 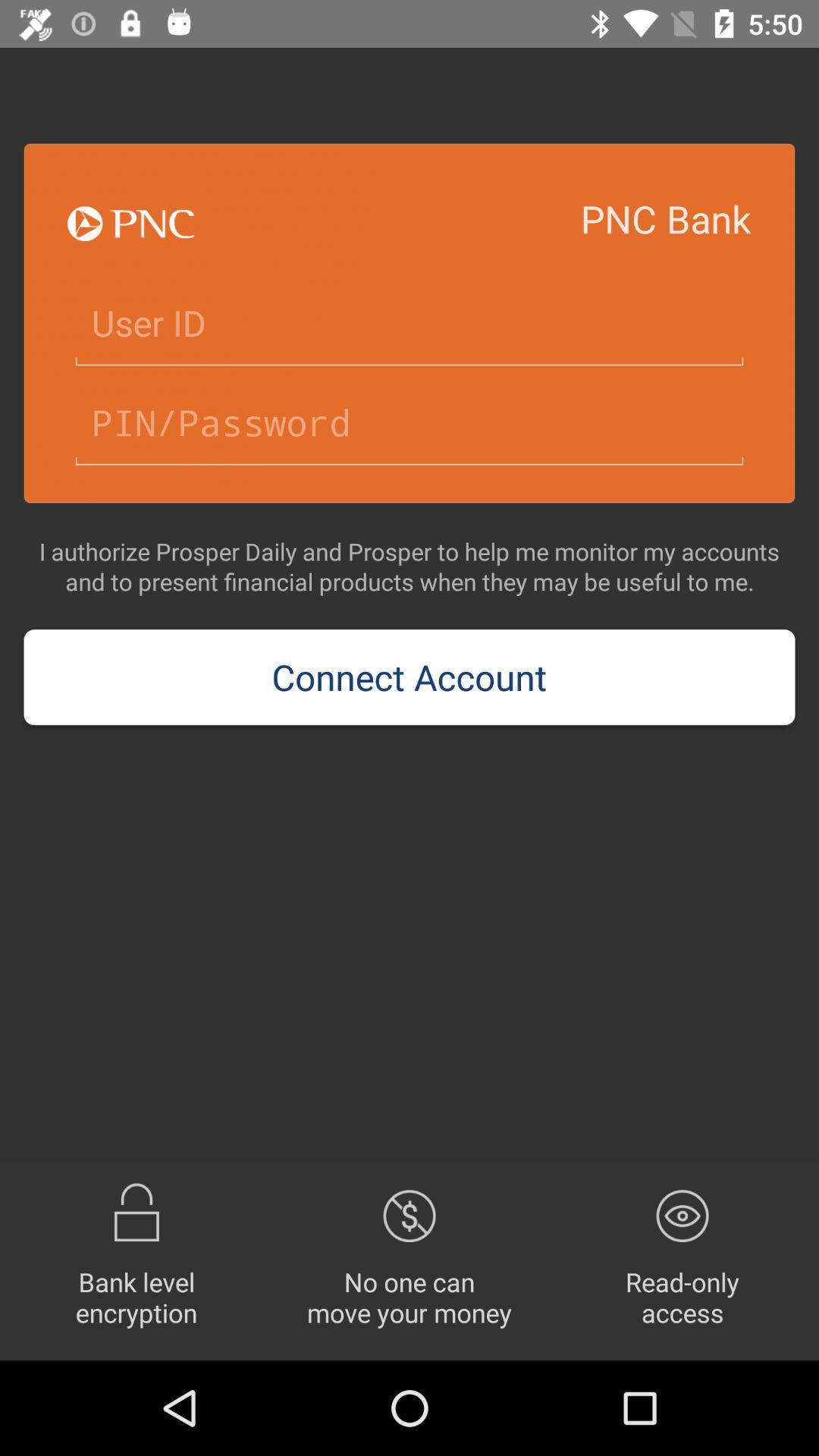 What do you see at coordinates (409, 423) in the screenshot?
I see `password` at bounding box center [409, 423].